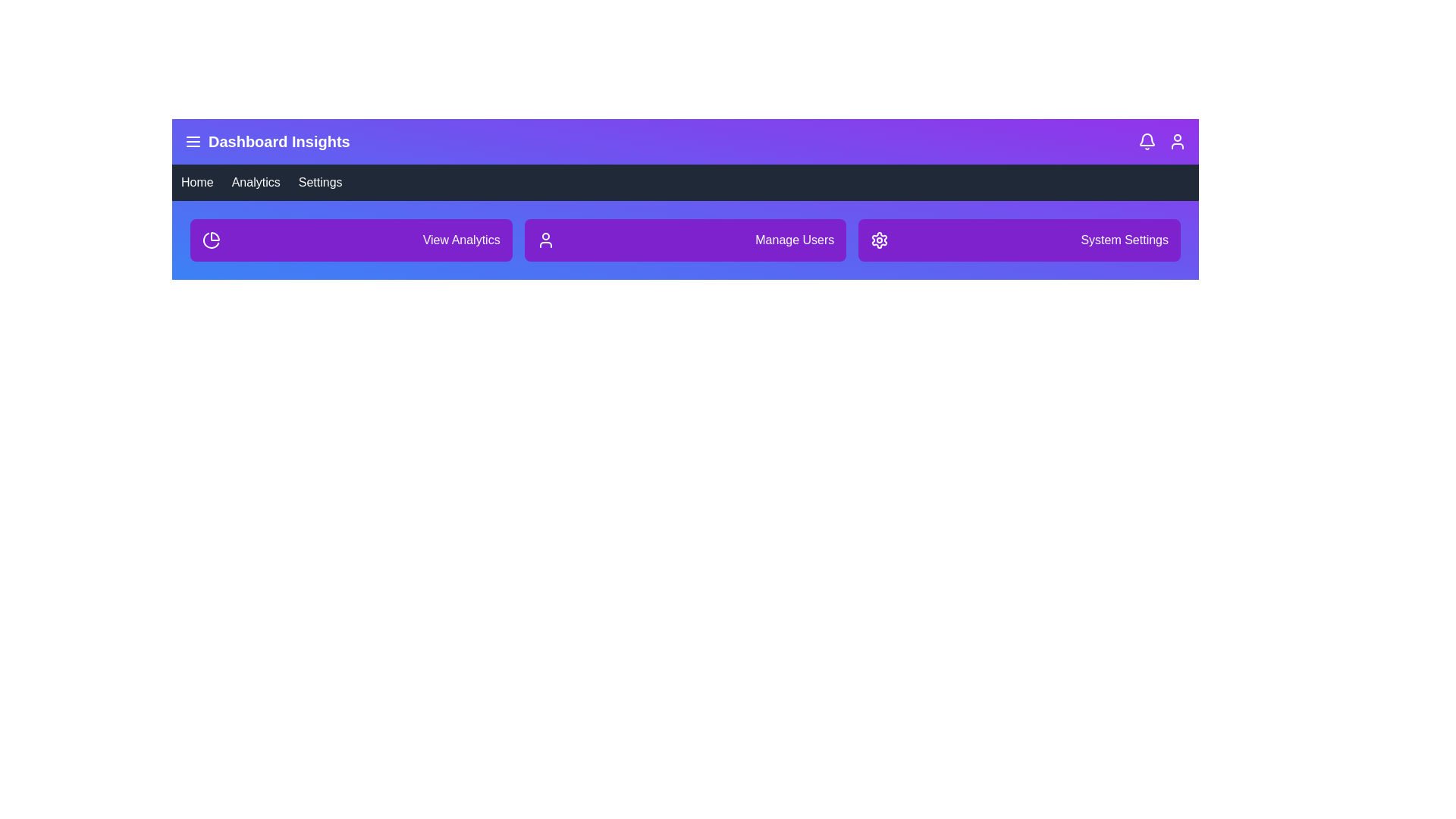  I want to click on the menu button to toggle the sidebar visibility, so click(192, 141).